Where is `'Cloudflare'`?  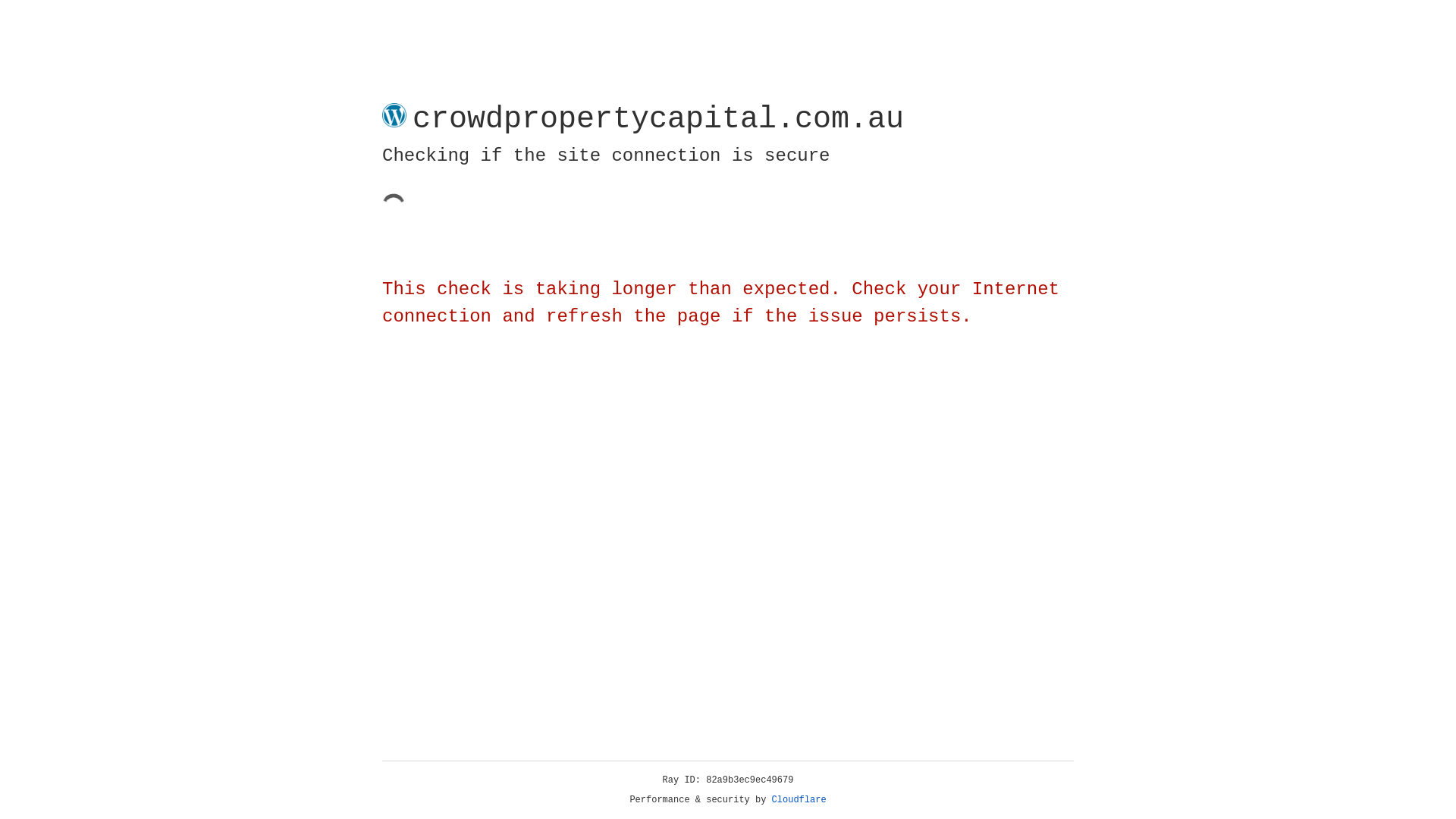
'Cloudflare' is located at coordinates (799, 799).